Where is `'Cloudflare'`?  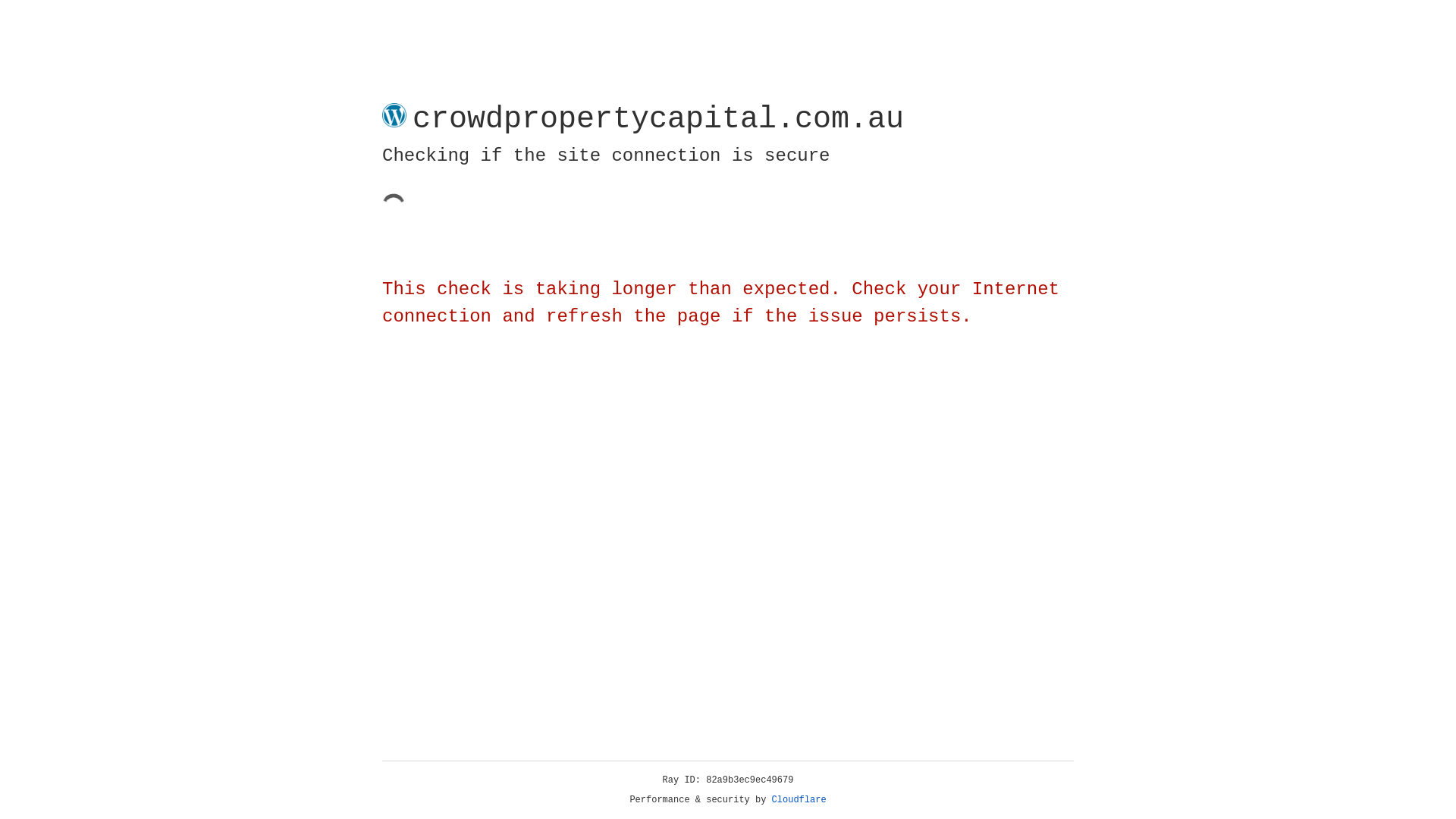
'Cloudflare' is located at coordinates (799, 799).